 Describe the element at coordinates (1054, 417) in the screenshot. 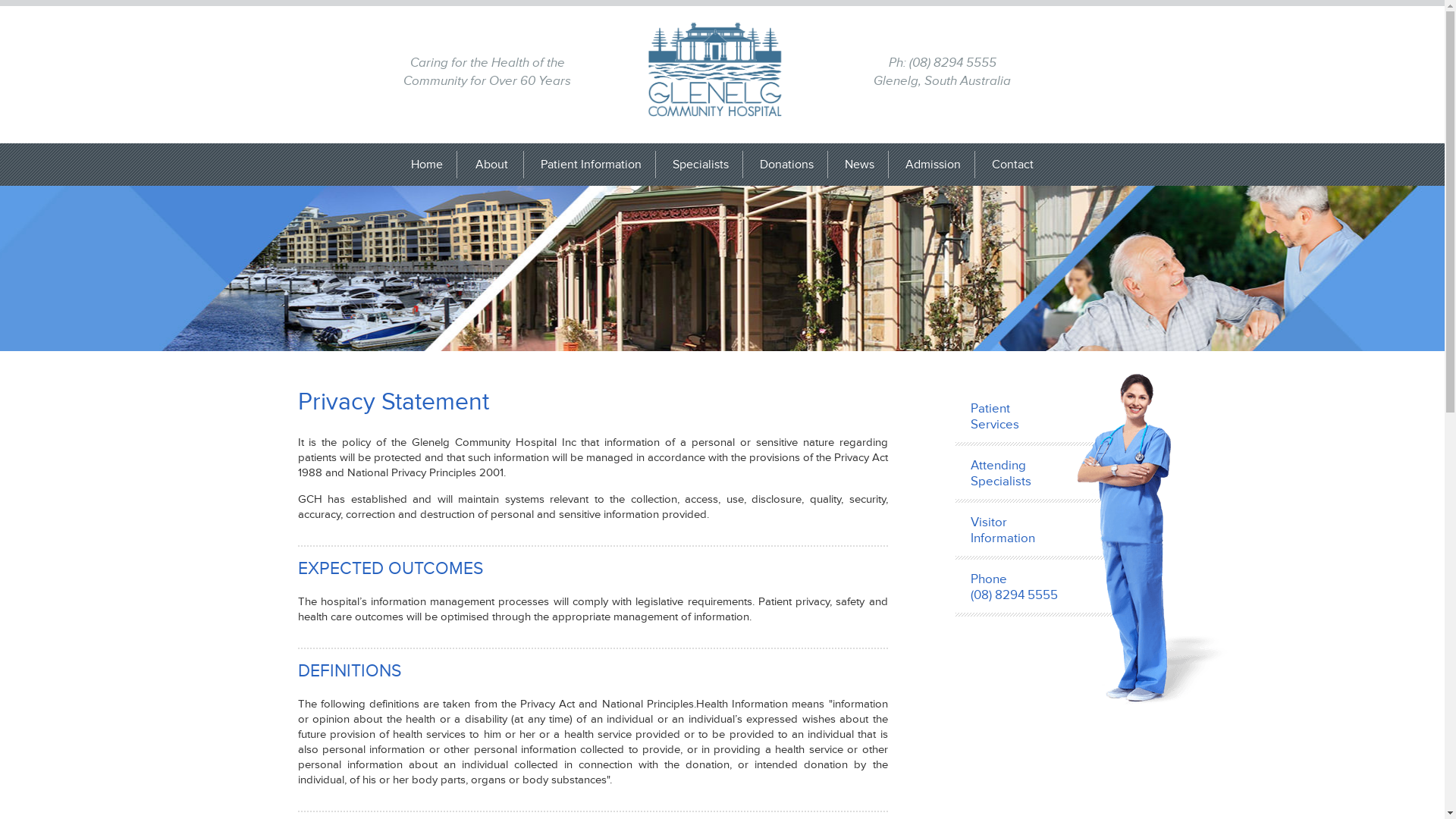

I see `'Patient` at that location.